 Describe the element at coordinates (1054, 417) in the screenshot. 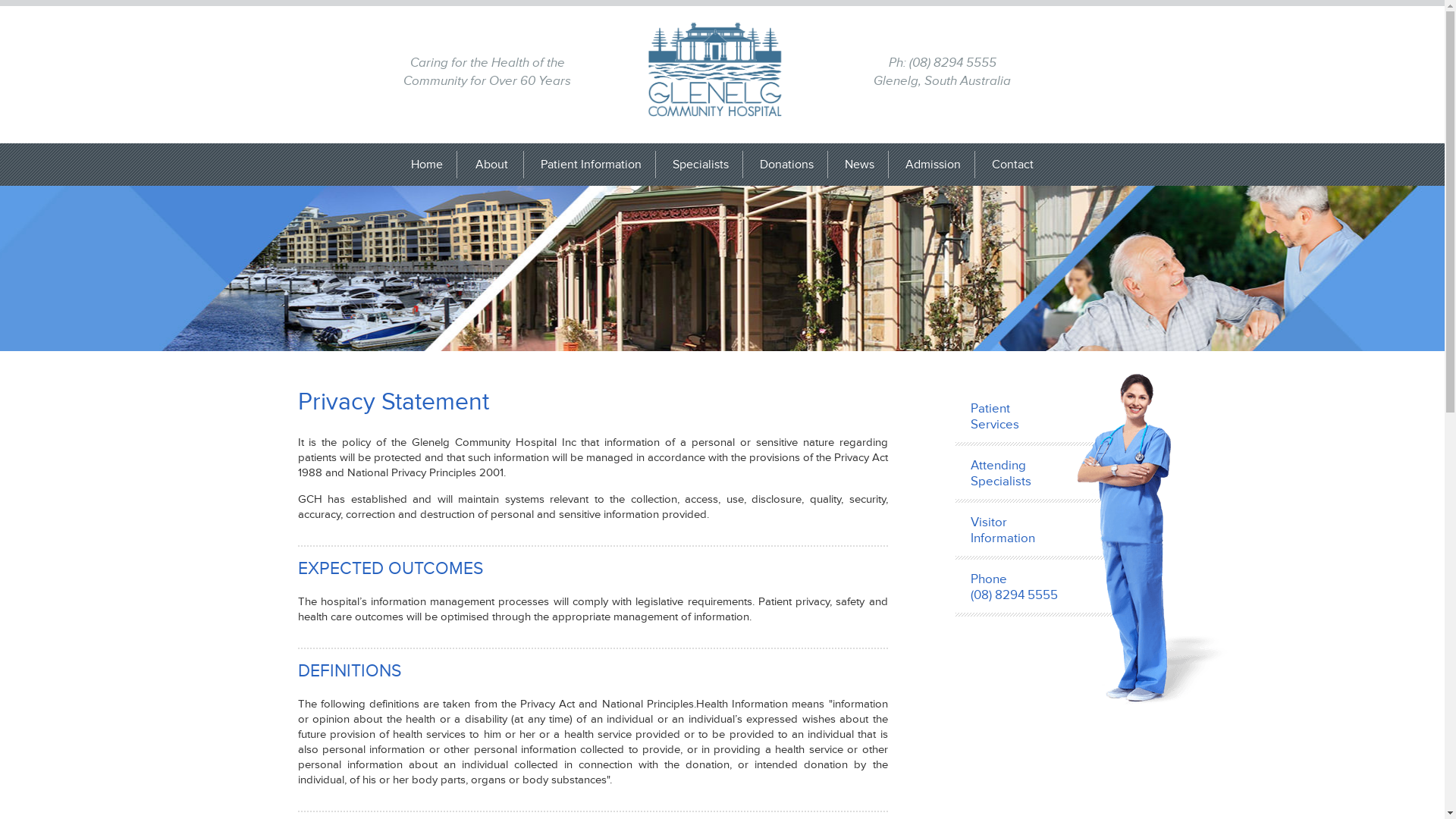

I see `'Patient` at that location.